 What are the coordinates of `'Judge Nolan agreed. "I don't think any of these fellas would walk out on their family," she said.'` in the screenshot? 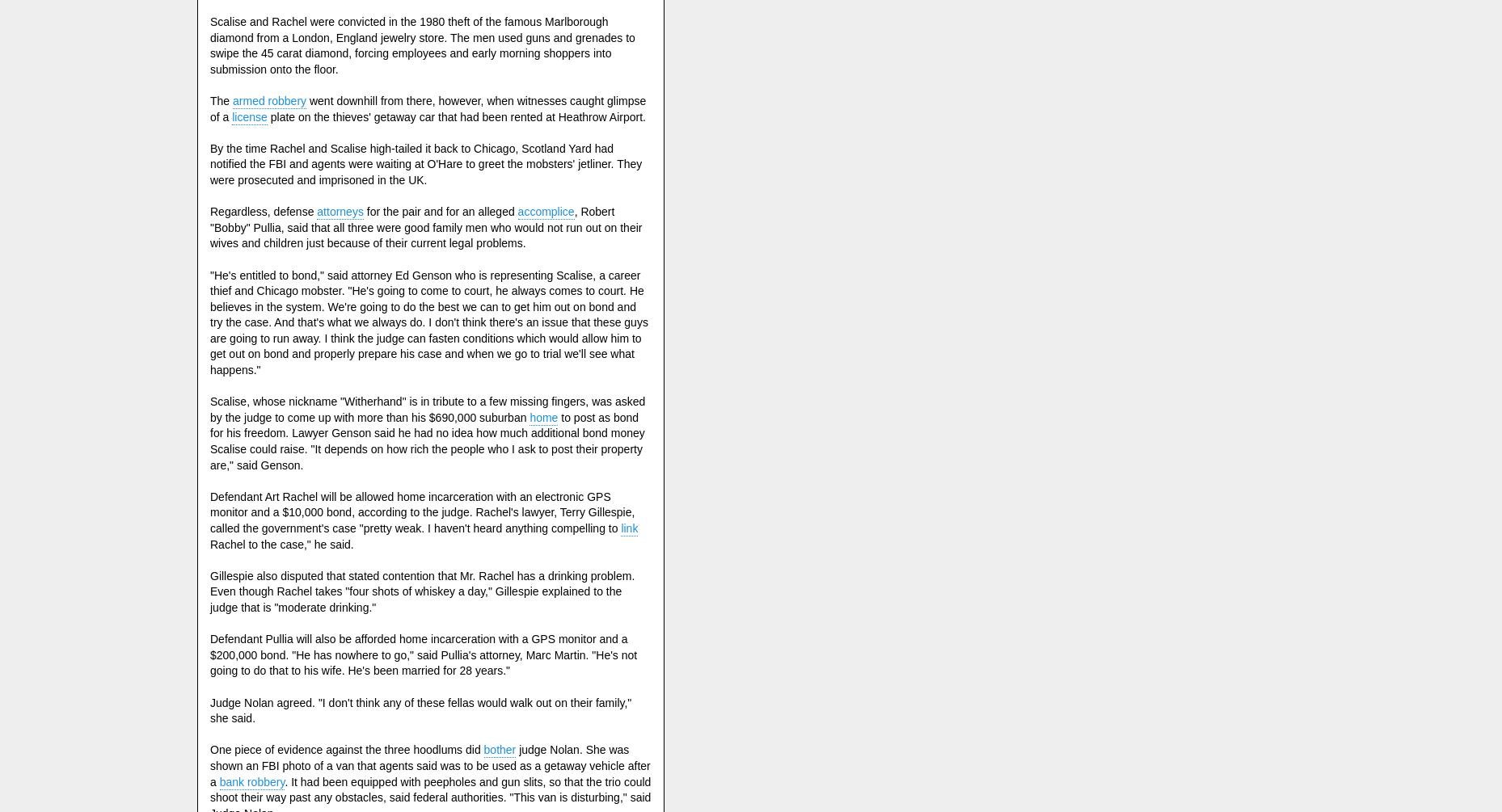 It's located at (420, 709).